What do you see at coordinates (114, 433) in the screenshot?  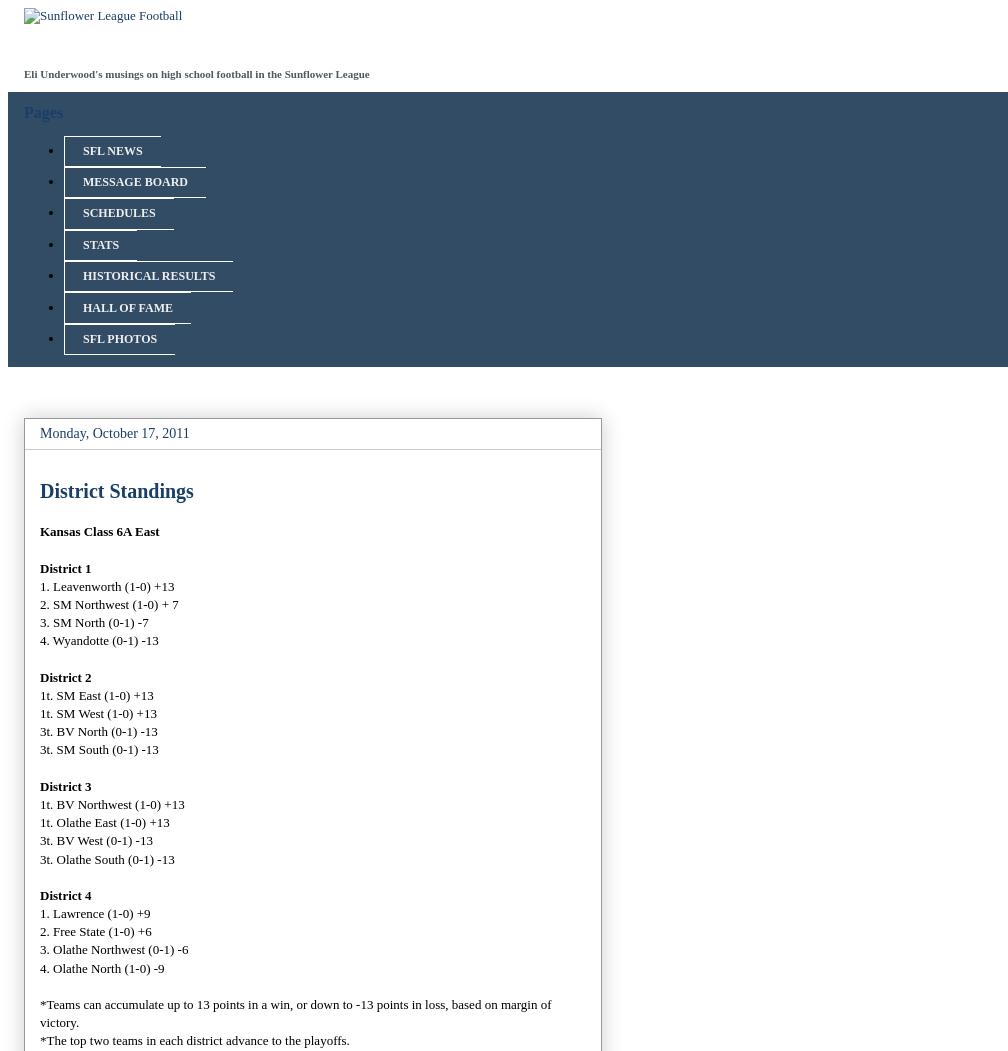 I see `'Monday, October 17, 2011'` at bounding box center [114, 433].